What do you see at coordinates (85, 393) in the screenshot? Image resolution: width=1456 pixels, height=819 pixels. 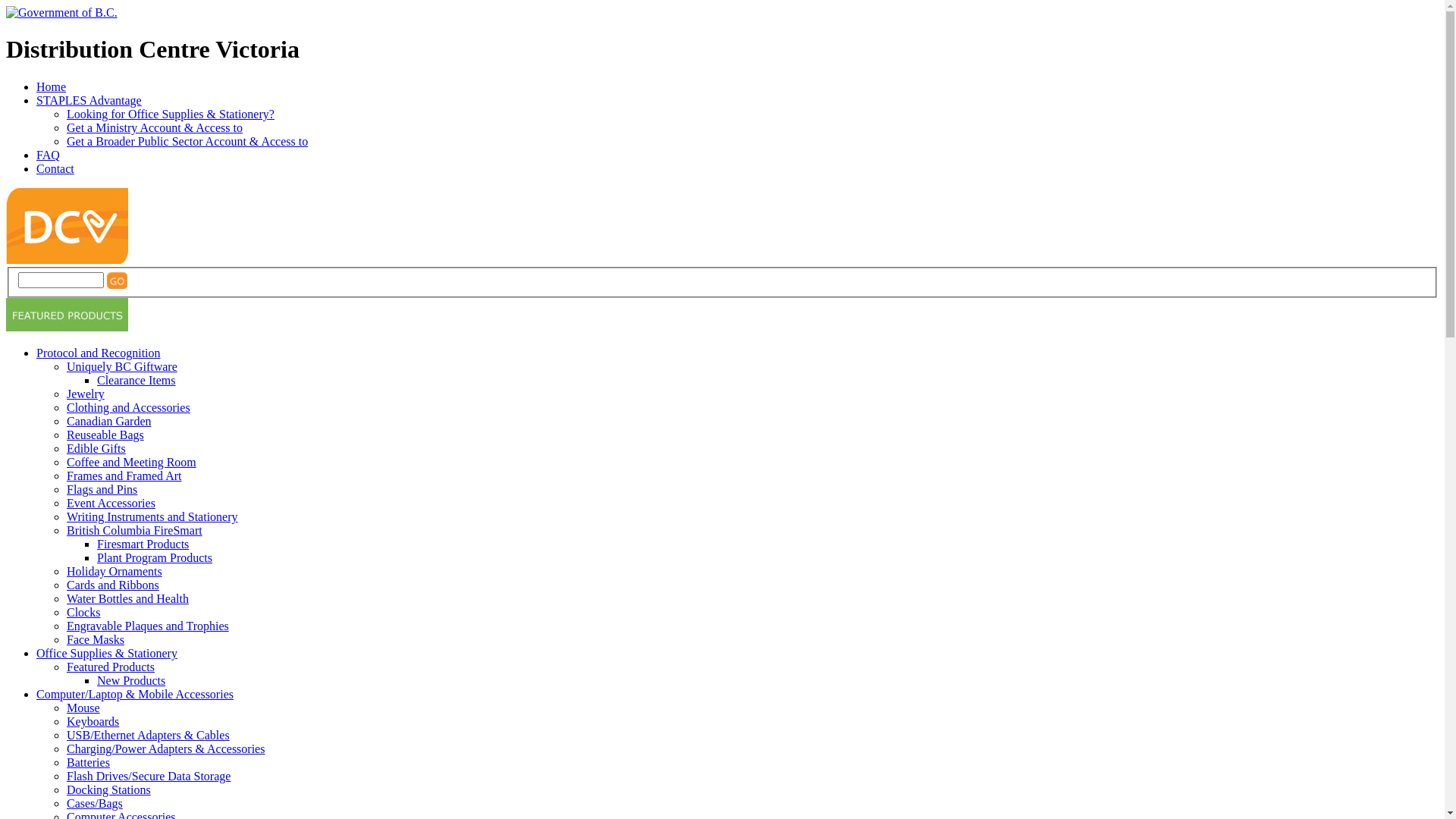 I see `'Jewelry'` at bounding box center [85, 393].